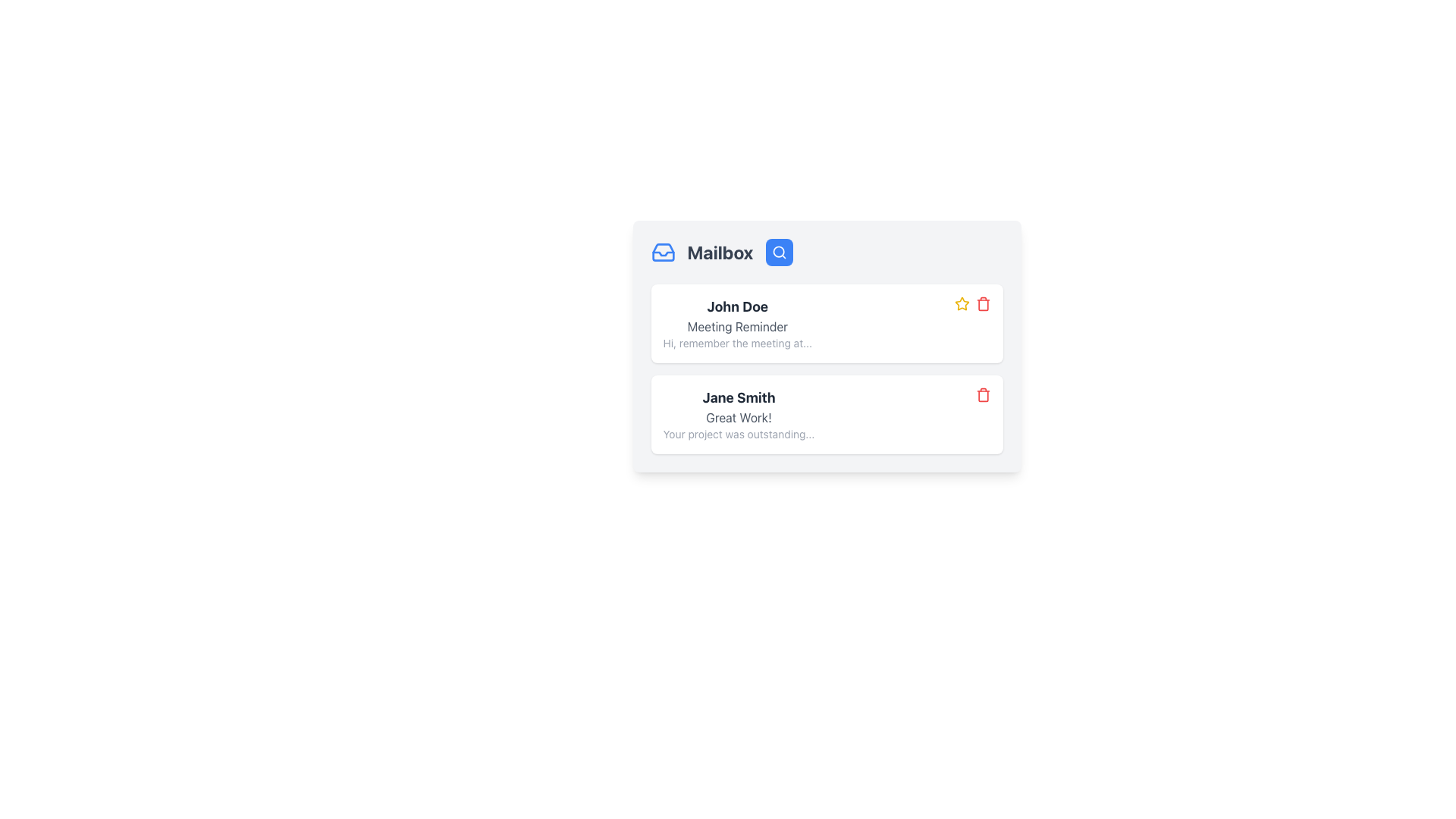  I want to click on the Text Content Block that displays 'Jane Smith' in bold, followed by 'Great Work!' and 'Your project was outstanding...', located in the second card of a vertical list, so click(739, 415).